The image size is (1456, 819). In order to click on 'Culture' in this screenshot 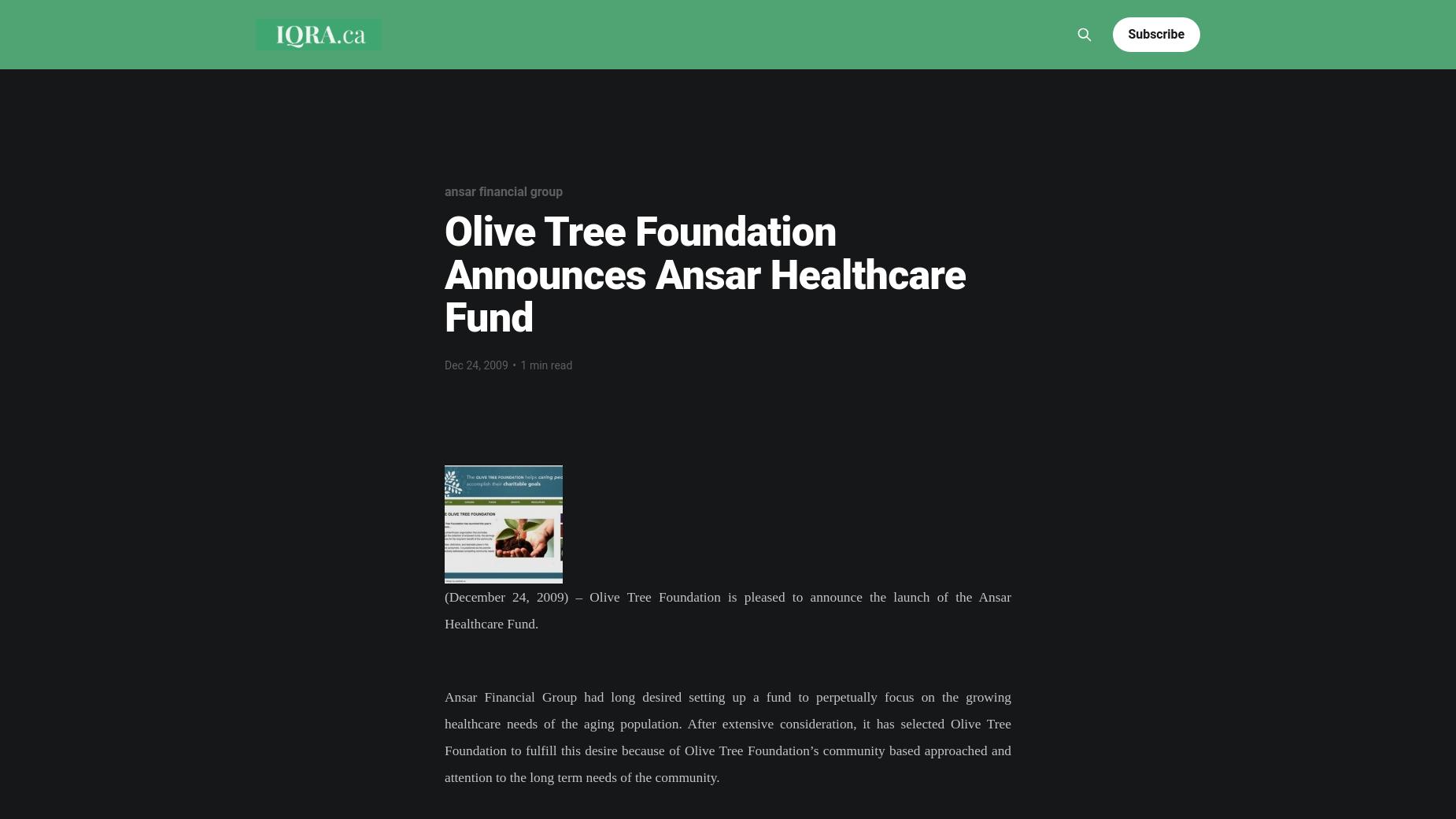, I will do `click(859, 10)`.